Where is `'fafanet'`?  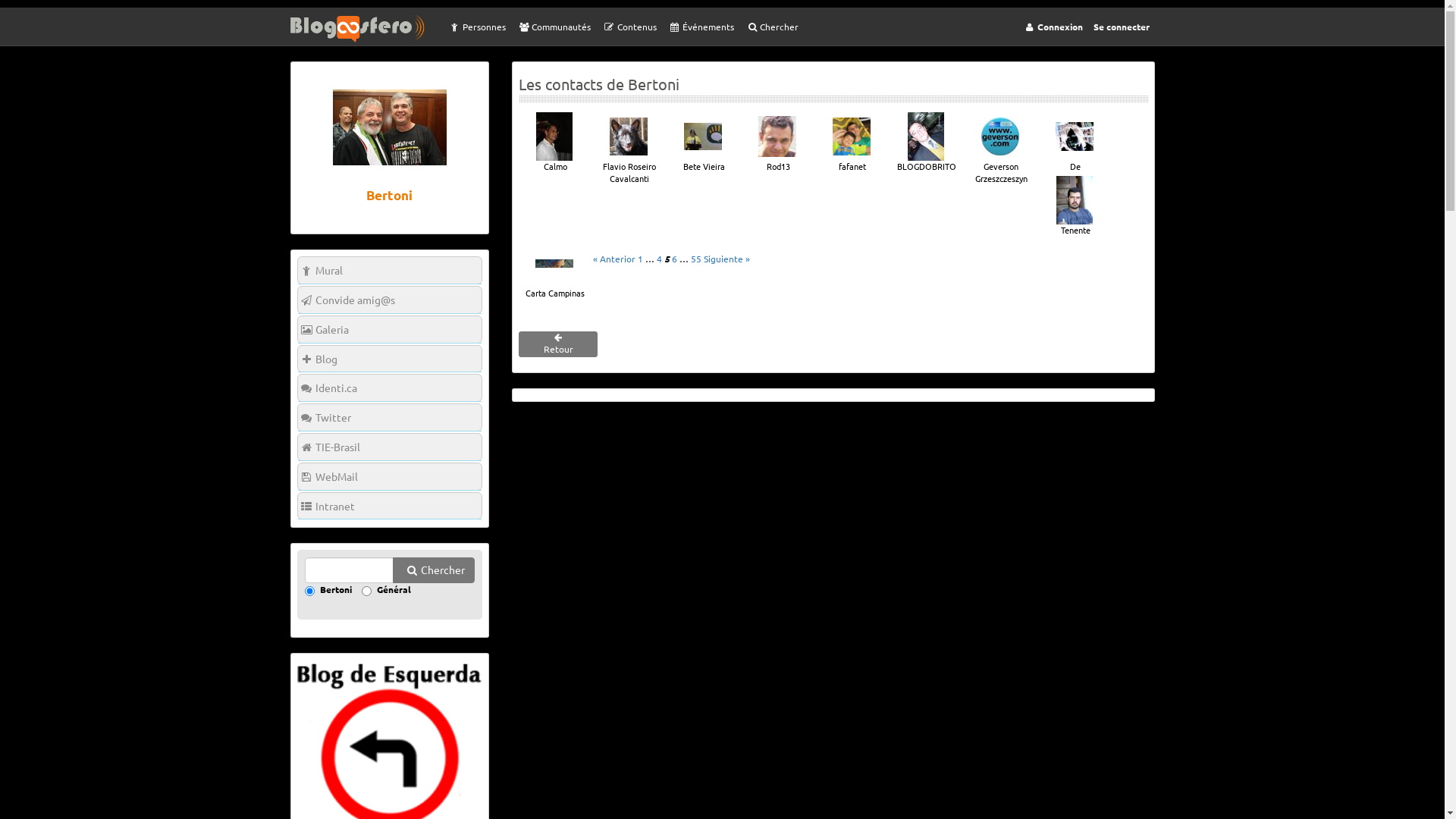
'fafanet' is located at coordinates (852, 143).